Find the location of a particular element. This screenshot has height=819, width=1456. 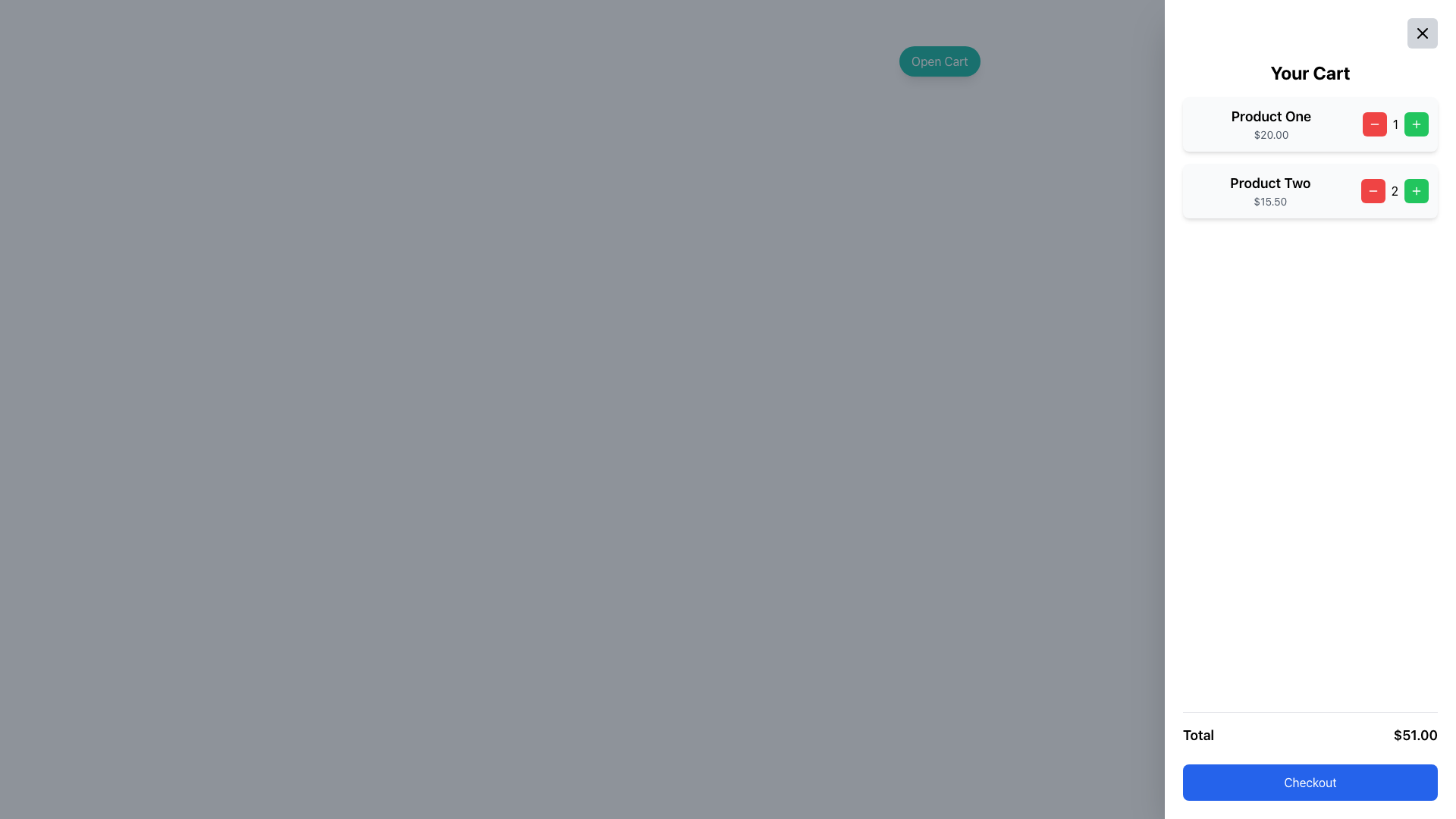

the close button located at the top-right corner of the cart panel is located at coordinates (1422, 33).